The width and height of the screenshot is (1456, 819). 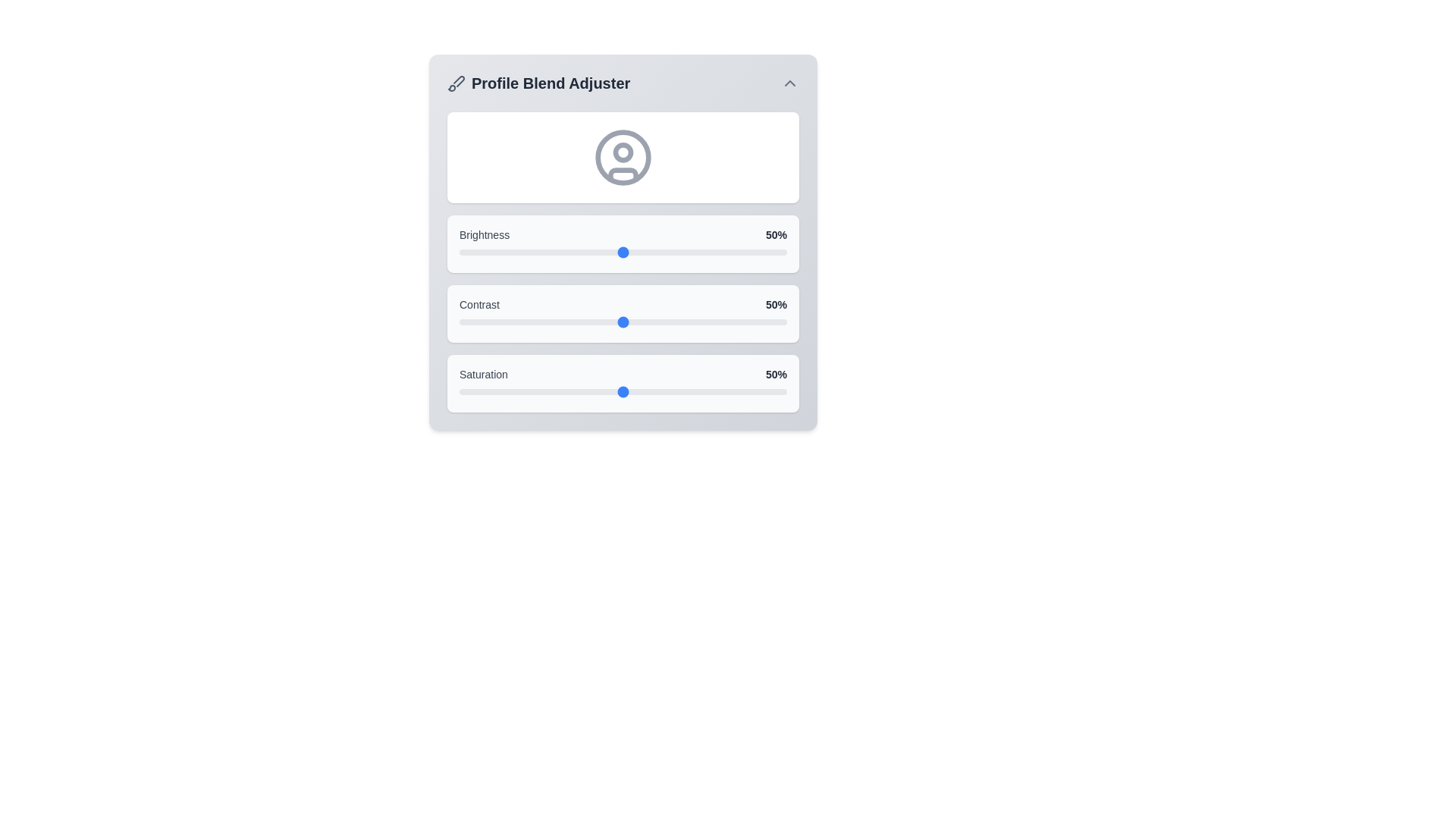 I want to click on contrast, so click(x=482, y=321).